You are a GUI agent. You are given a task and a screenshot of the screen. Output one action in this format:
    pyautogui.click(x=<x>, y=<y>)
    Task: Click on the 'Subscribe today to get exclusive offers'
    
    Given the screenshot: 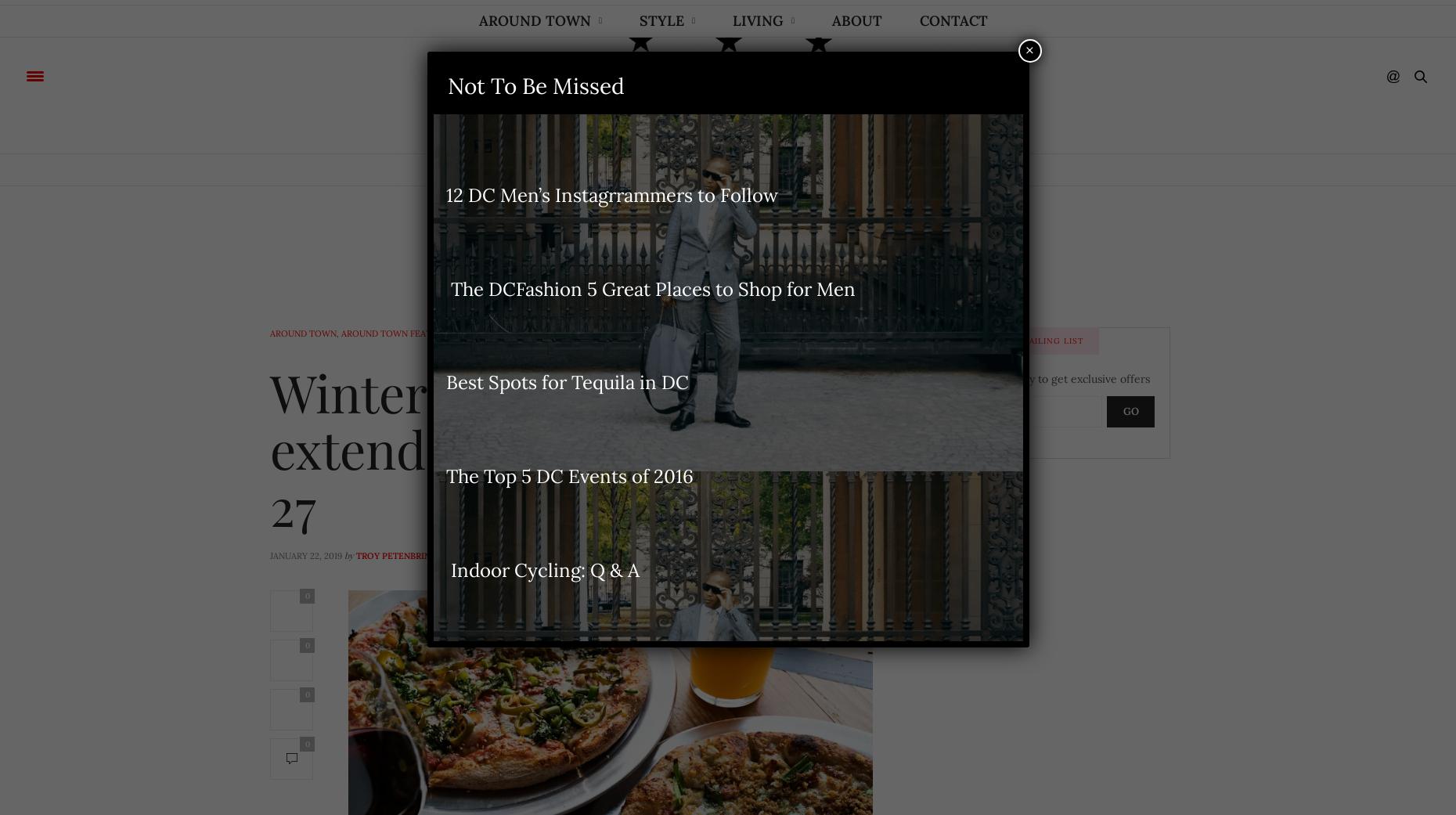 What is the action you would take?
    pyautogui.click(x=1052, y=377)
    